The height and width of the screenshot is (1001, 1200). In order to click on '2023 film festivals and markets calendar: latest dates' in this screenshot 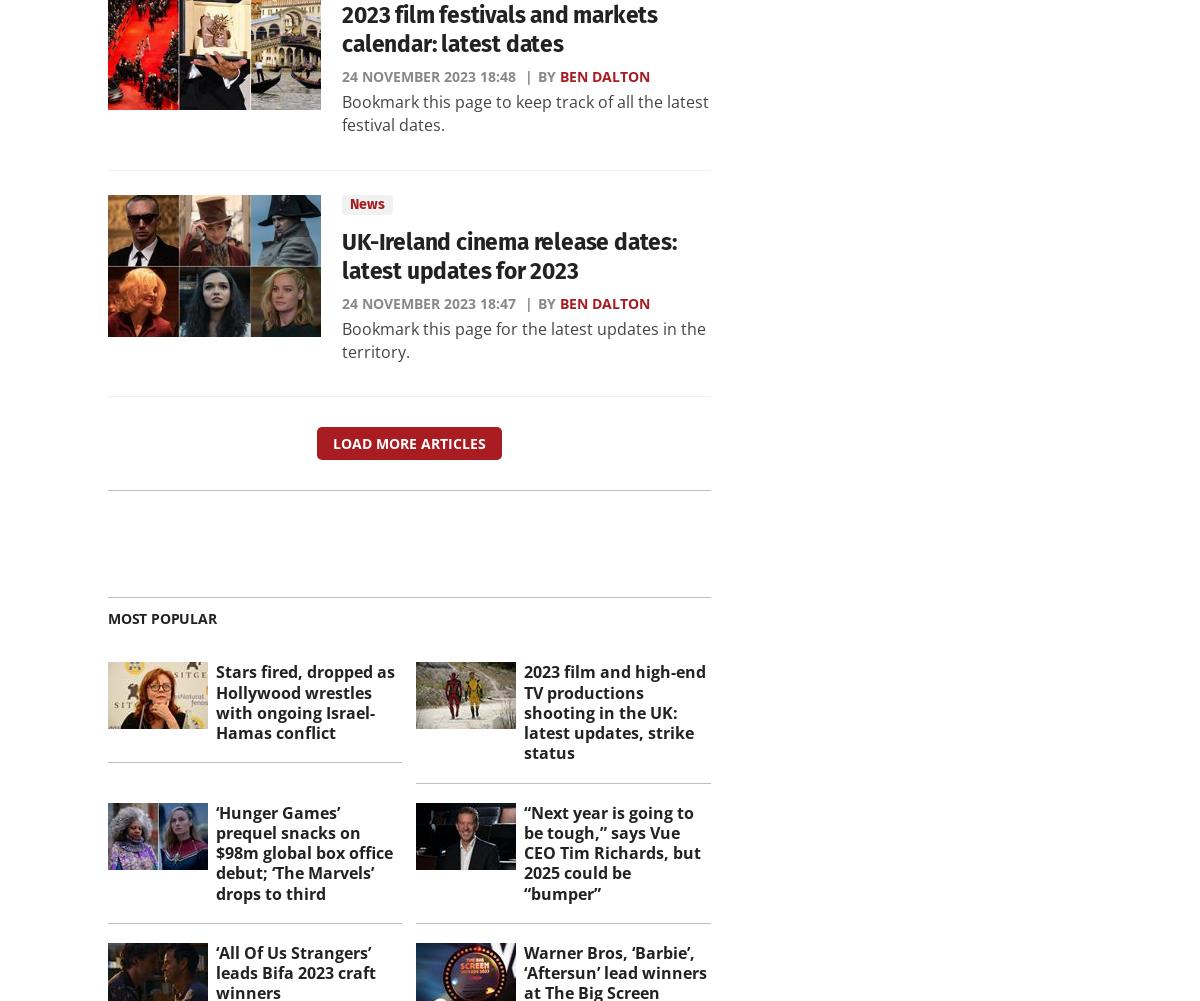, I will do `click(498, 30)`.